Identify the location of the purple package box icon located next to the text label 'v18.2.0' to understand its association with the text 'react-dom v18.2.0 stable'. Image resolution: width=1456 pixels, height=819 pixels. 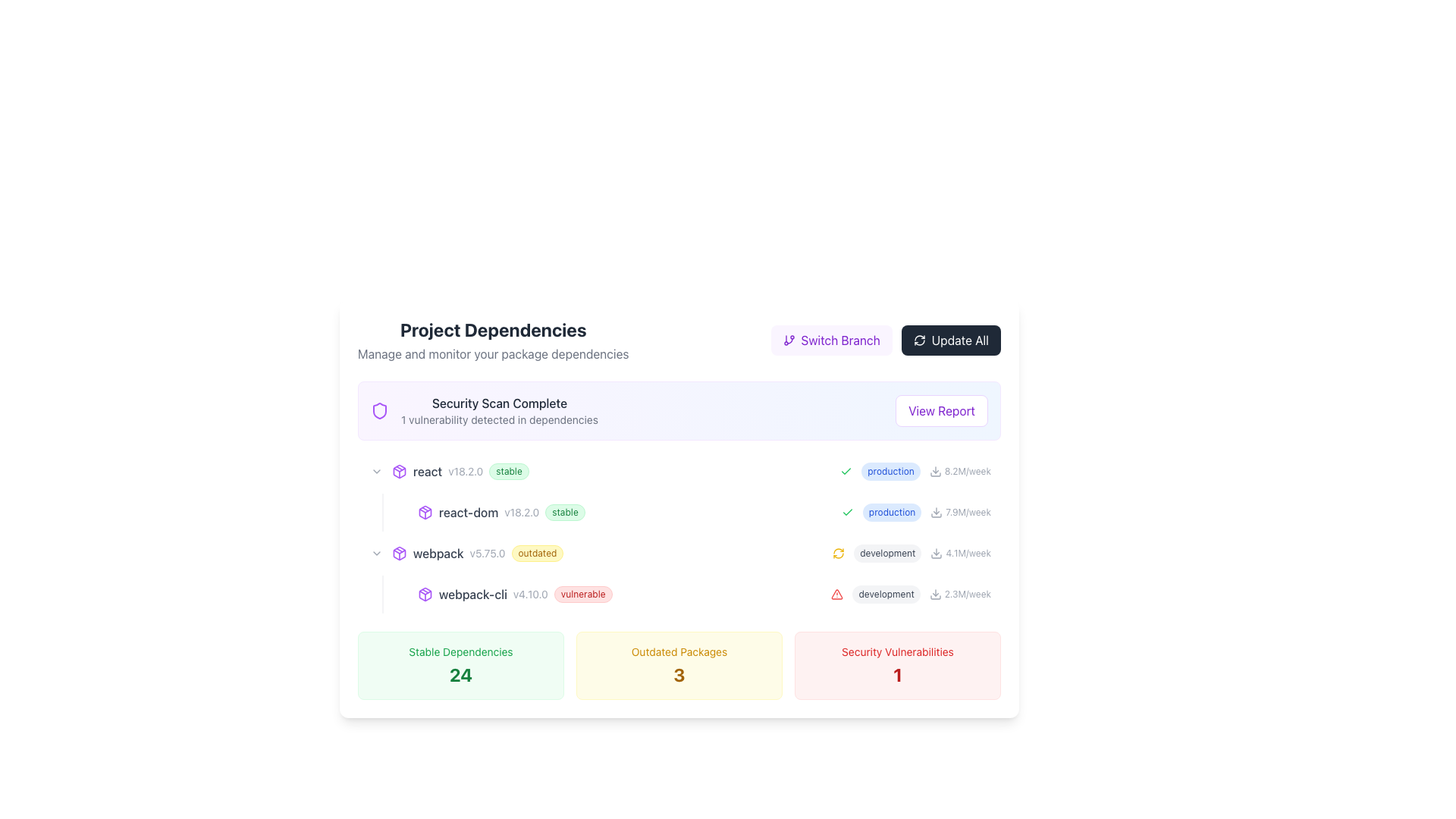
(425, 512).